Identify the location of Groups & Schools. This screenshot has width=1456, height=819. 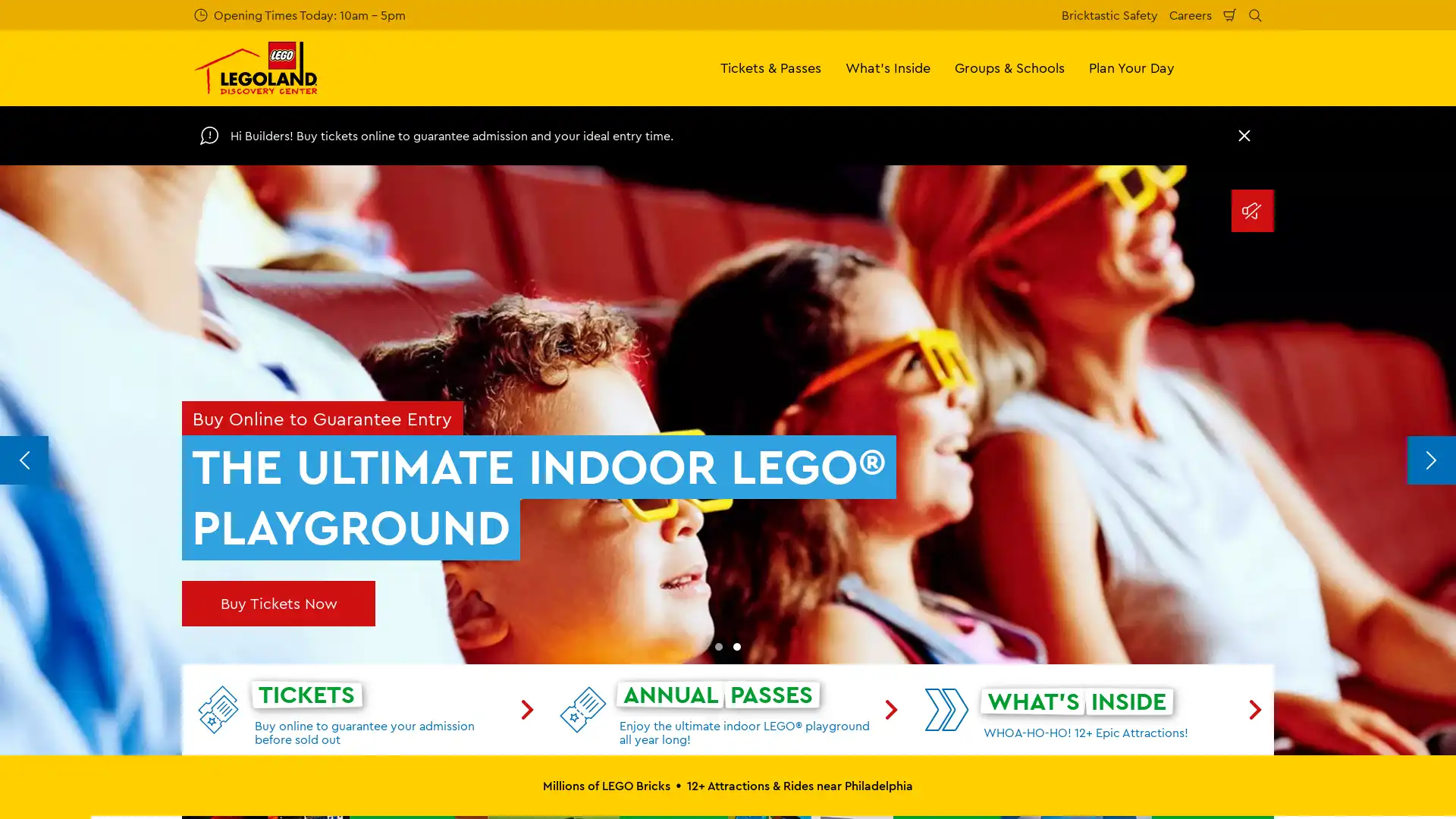
(1009, 67).